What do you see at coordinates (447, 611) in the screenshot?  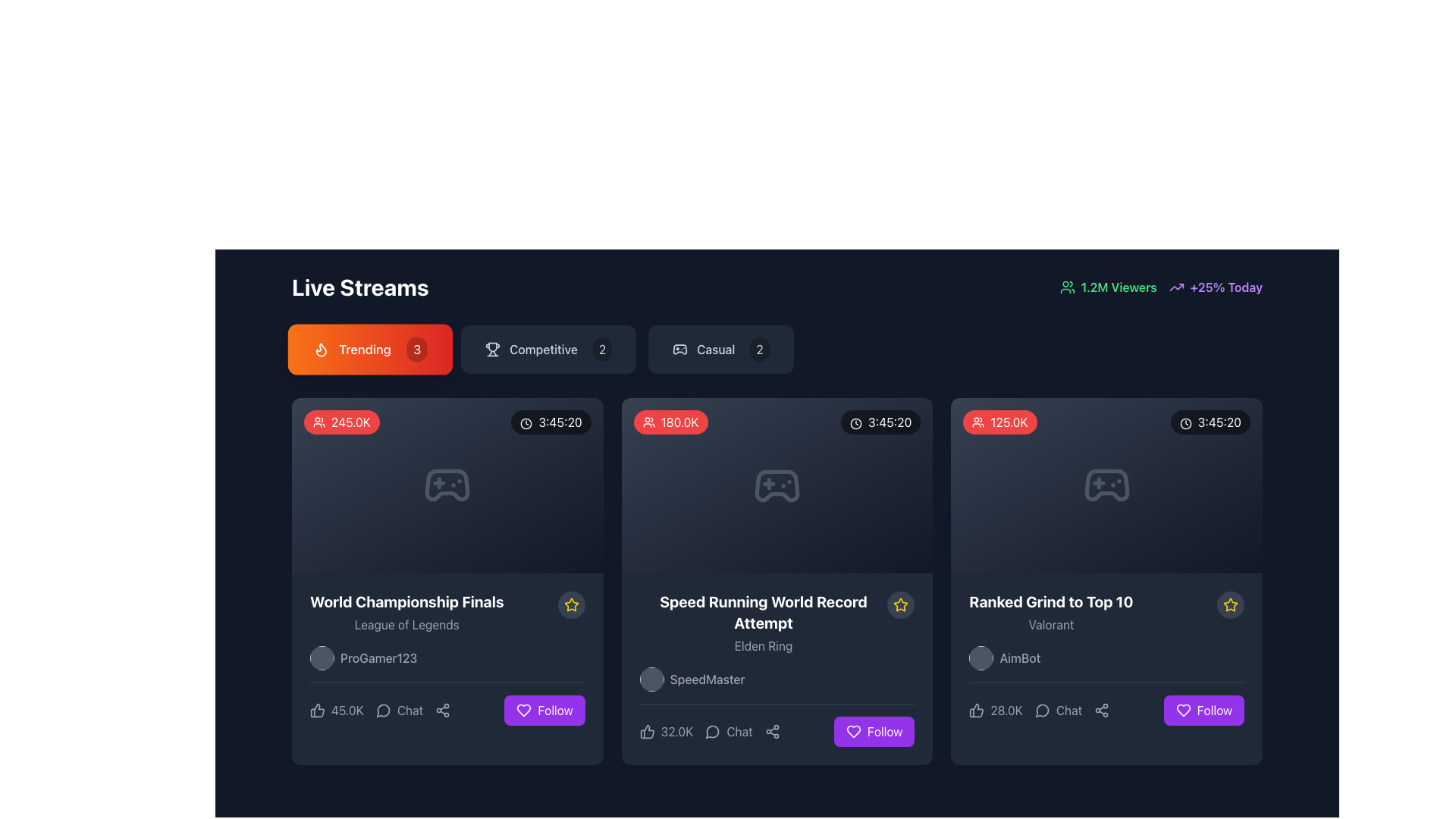 I see `title and subtitle text of the live stream displayed in the composite text block located below the main image area of the card` at bounding box center [447, 611].